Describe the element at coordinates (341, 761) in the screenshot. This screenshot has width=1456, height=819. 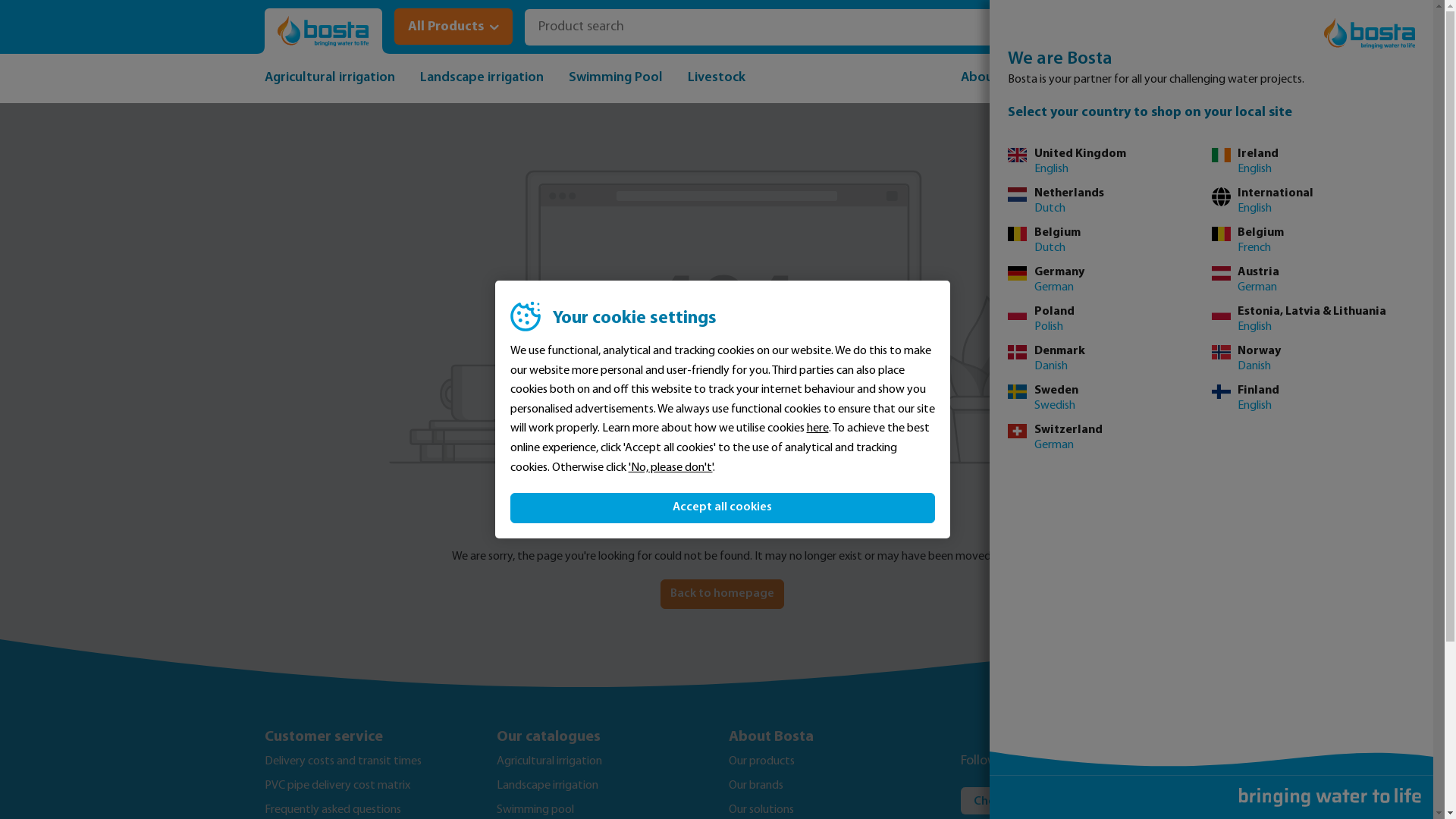
I see `'Delivery costs and transit times'` at that location.